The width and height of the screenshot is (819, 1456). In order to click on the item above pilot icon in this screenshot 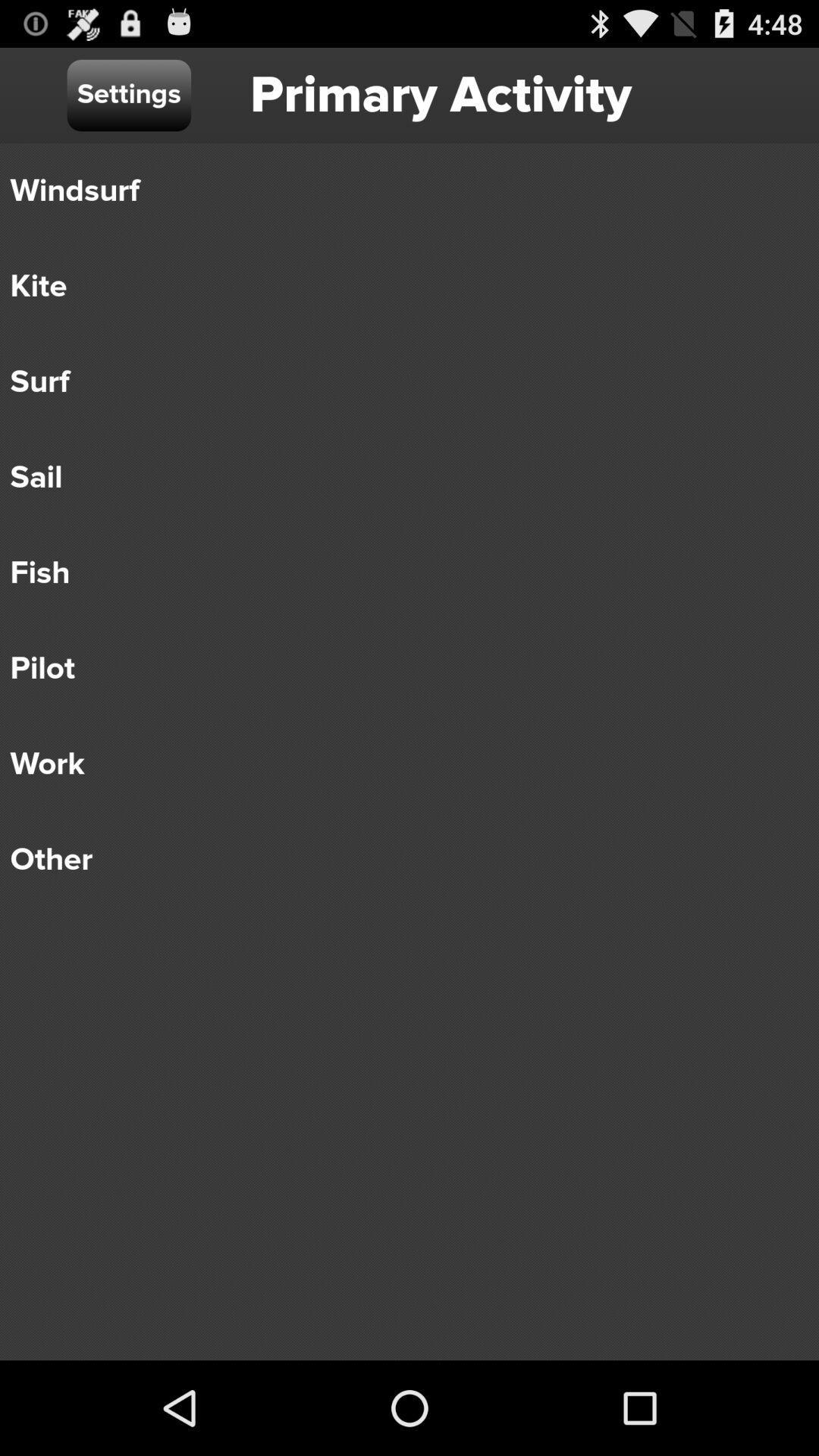, I will do `click(398, 572)`.